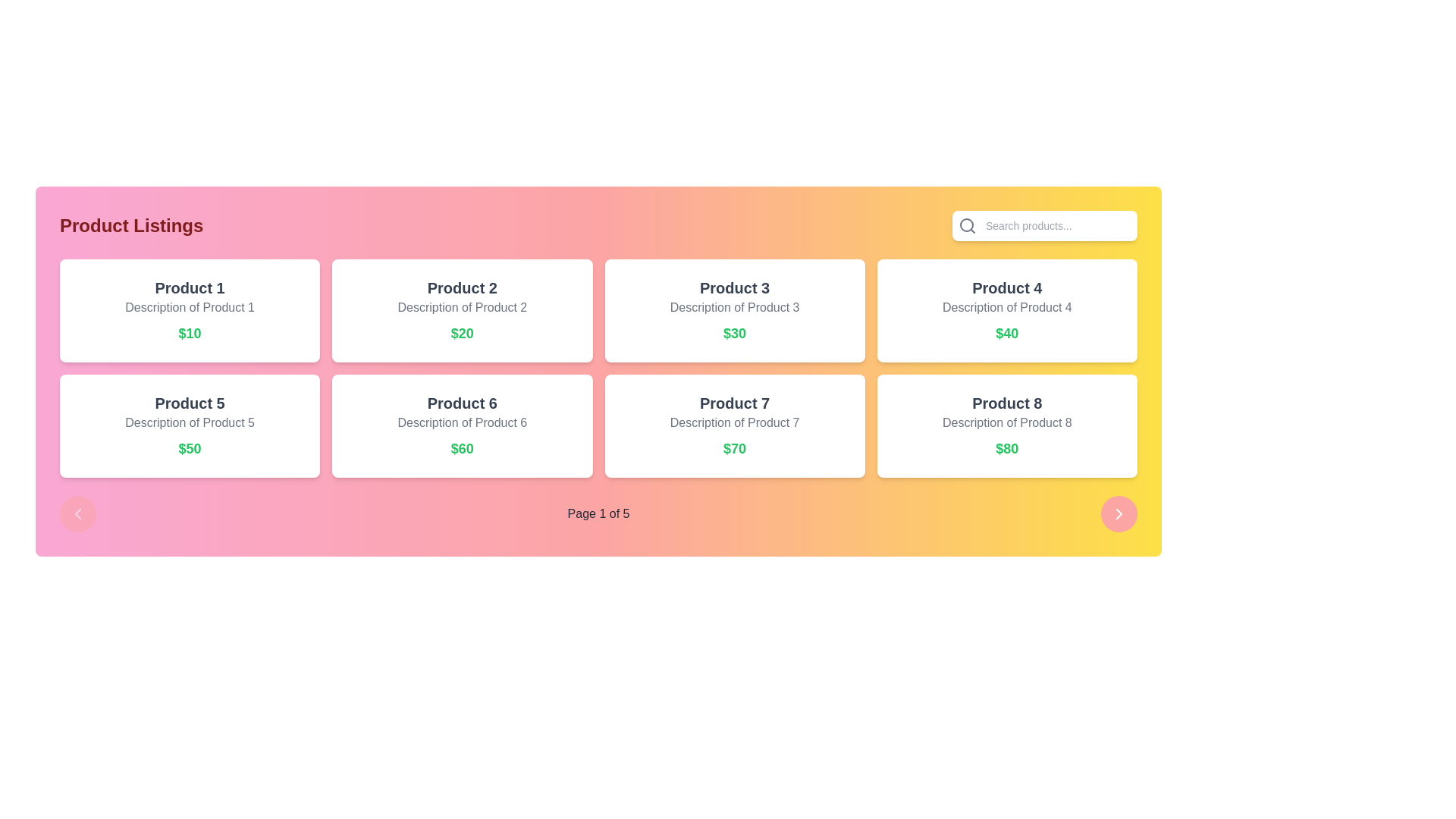 This screenshot has height=819, width=1456. What do you see at coordinates (131, 225) in the screenshot?
I see `heading text element located at the top-left corner of the horizontal bar, which serves as a title for the section below` at bounding box center [131, 225].